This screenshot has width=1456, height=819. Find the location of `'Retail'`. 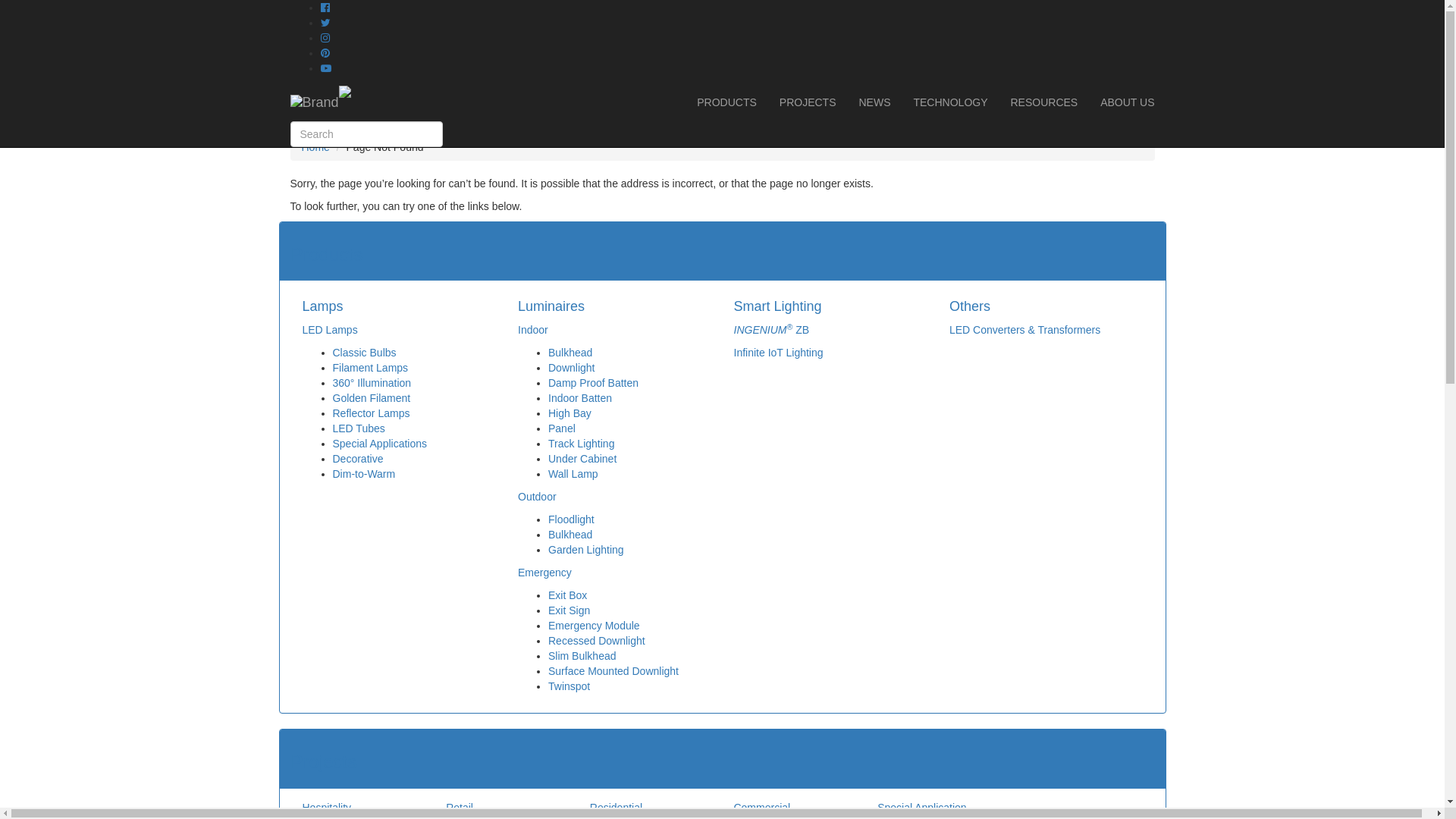

'Retail' is located at coordinates (458, 806).